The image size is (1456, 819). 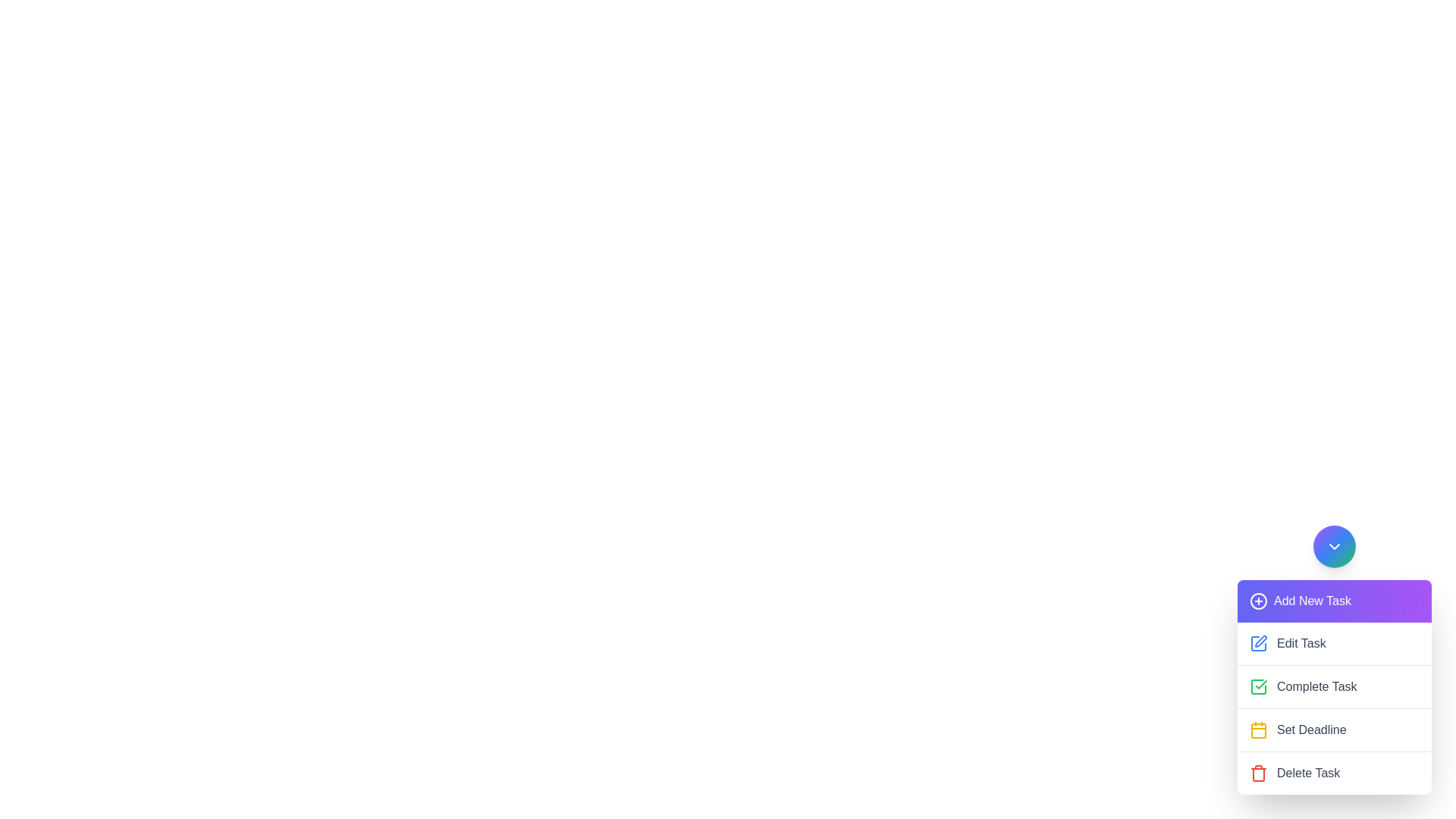 What do you see at coordinates (1259, 773) in the screenshot?
I see `the red trash bin icon located at the bottom of the dropdown menu` at bounding box center [1259, 773].